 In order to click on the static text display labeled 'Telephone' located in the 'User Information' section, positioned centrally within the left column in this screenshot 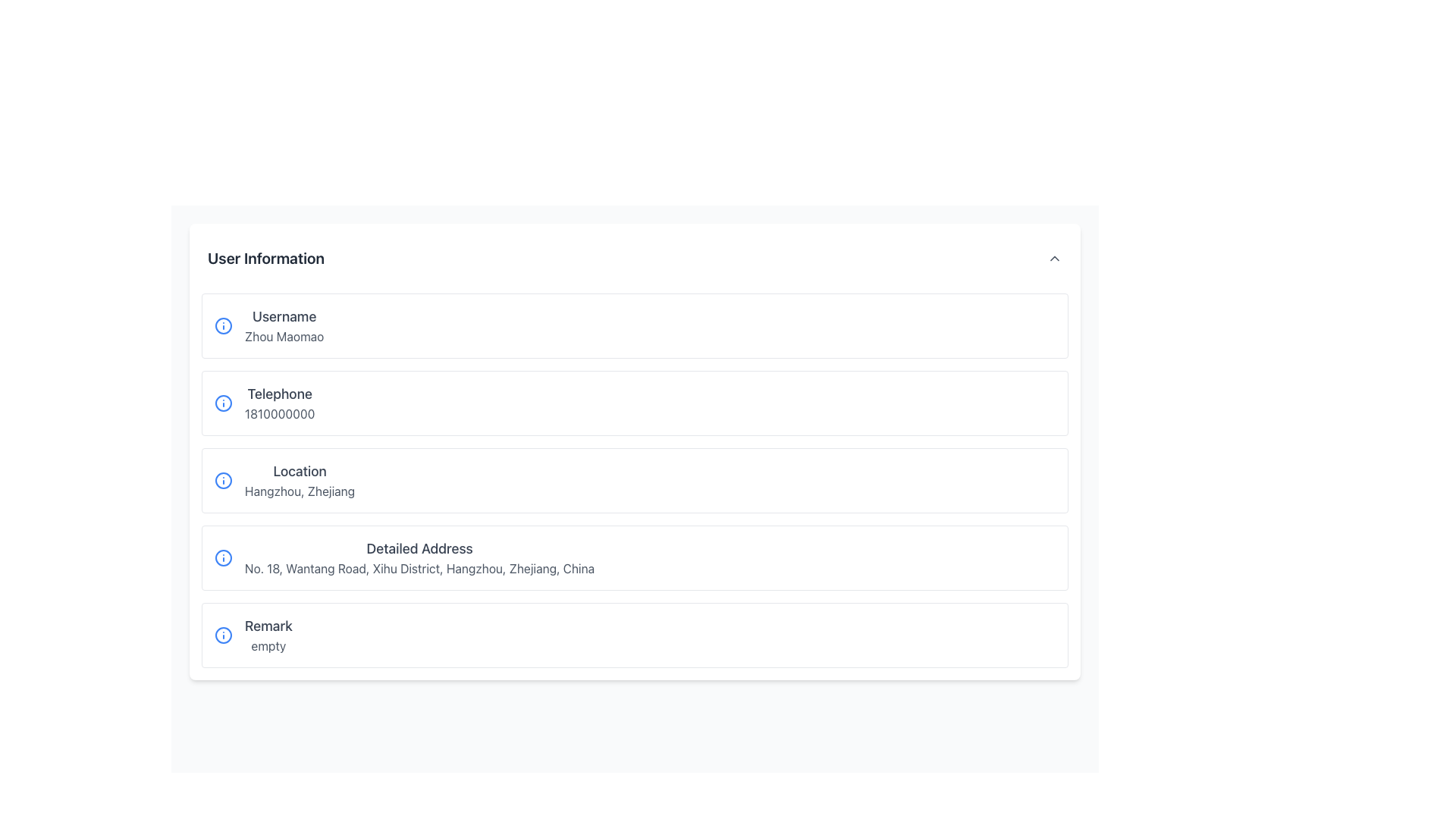, I will do `click(280, 403)`.